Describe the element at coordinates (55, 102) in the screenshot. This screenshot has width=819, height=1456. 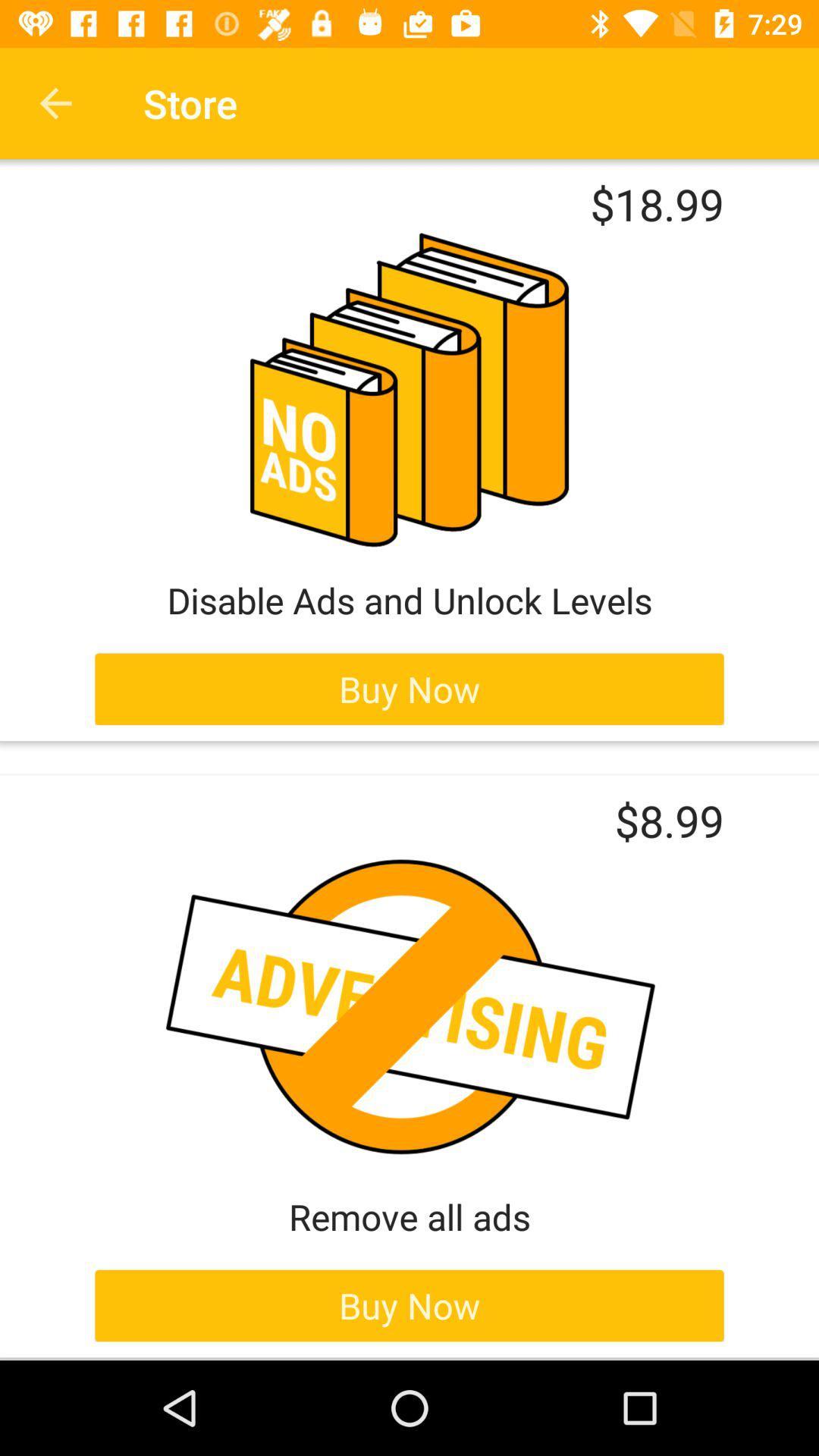
I see `the item to the left of store` at that location.